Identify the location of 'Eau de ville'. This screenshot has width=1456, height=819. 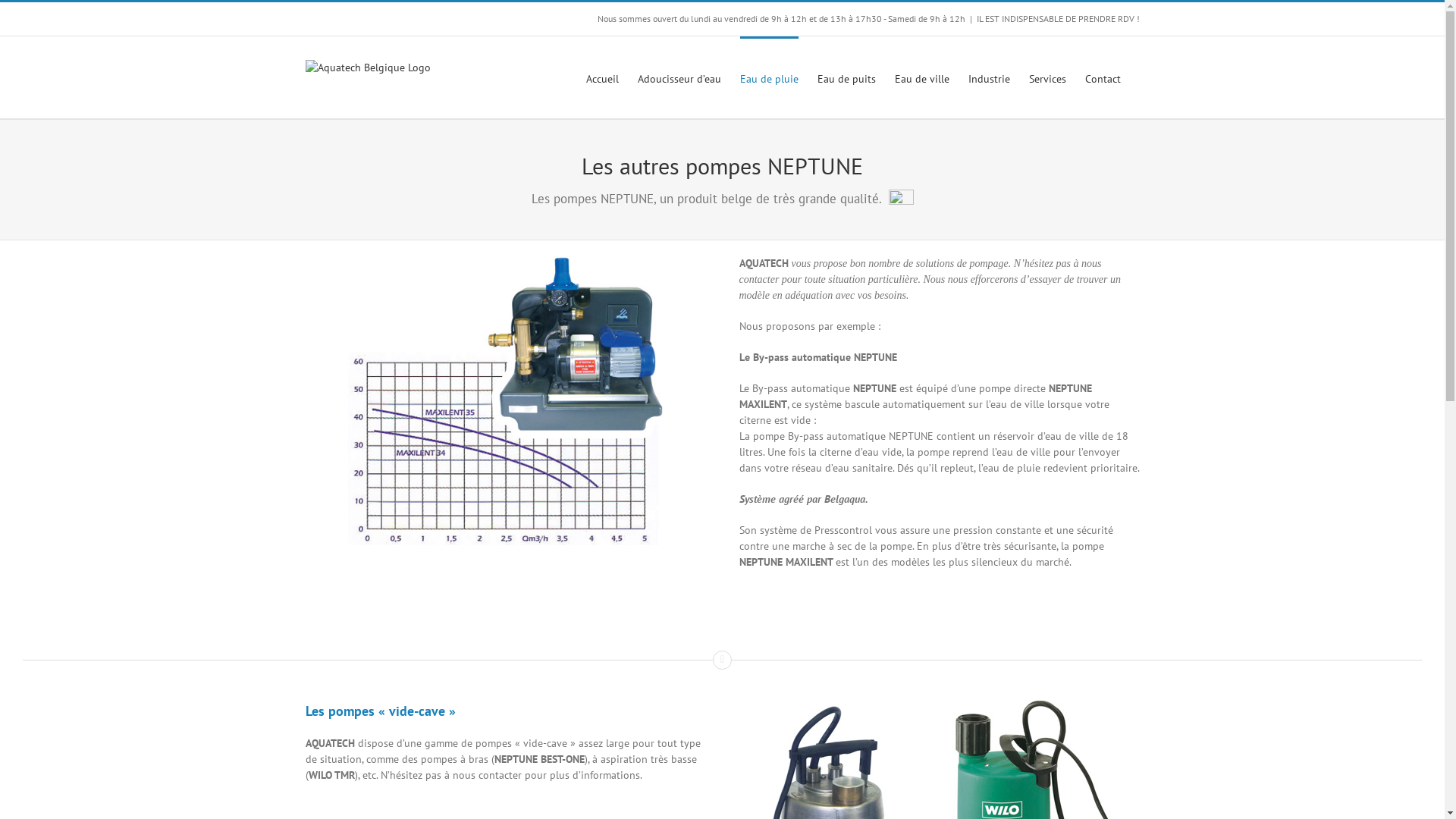
(921, 77).